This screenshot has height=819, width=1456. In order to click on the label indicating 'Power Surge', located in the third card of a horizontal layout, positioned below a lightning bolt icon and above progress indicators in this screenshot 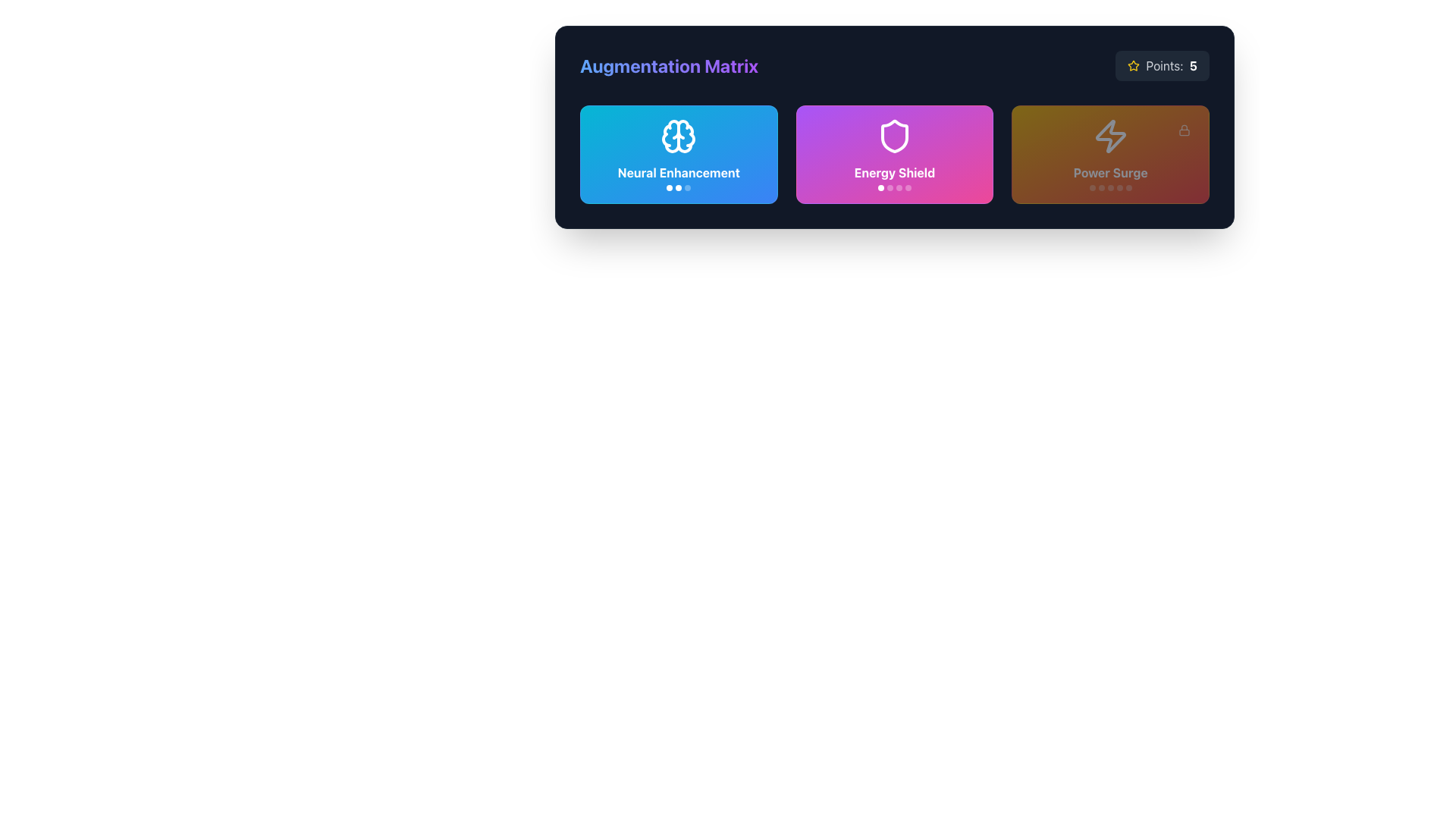, I will do `click(1110, 171)`.